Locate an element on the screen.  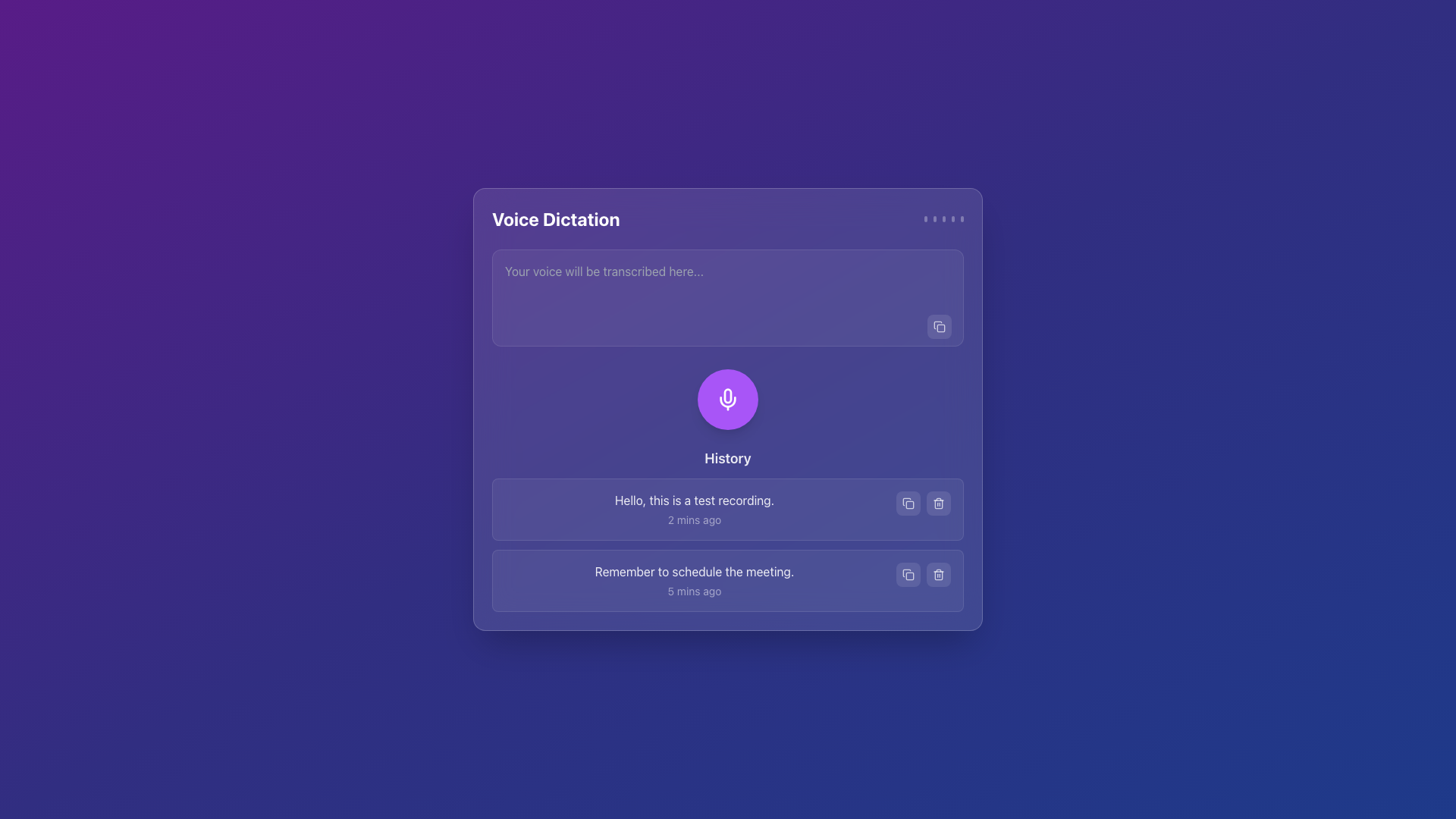
the first interactive button from the left in the horizontal row of controls at the bottom right corner of the card displaying 'Remember to schedule the meeting.' is located at coordinates (908, 575).